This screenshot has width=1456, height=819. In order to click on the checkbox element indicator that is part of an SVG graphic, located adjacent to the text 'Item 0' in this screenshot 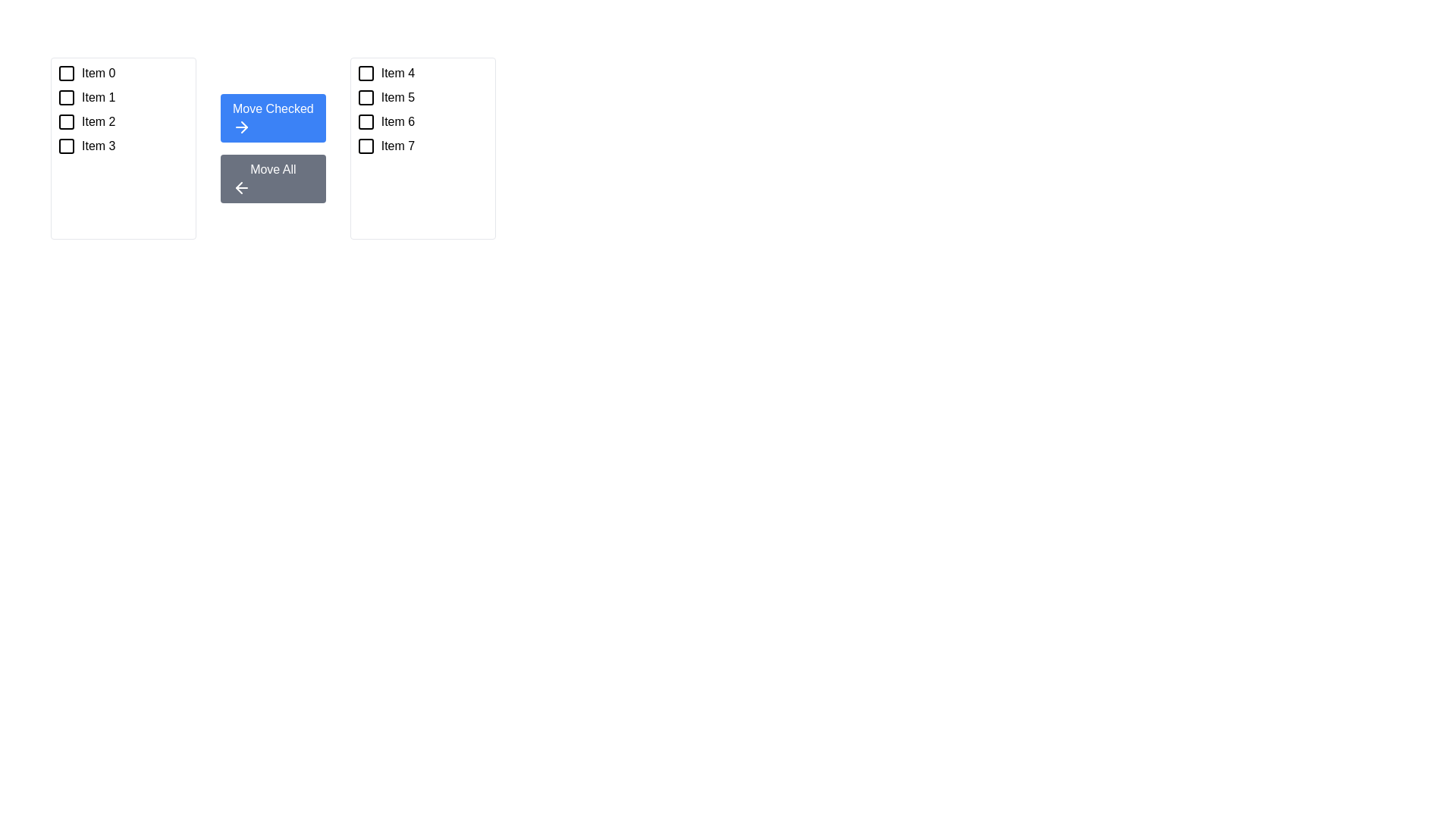, I will do `click(65, 73)`.